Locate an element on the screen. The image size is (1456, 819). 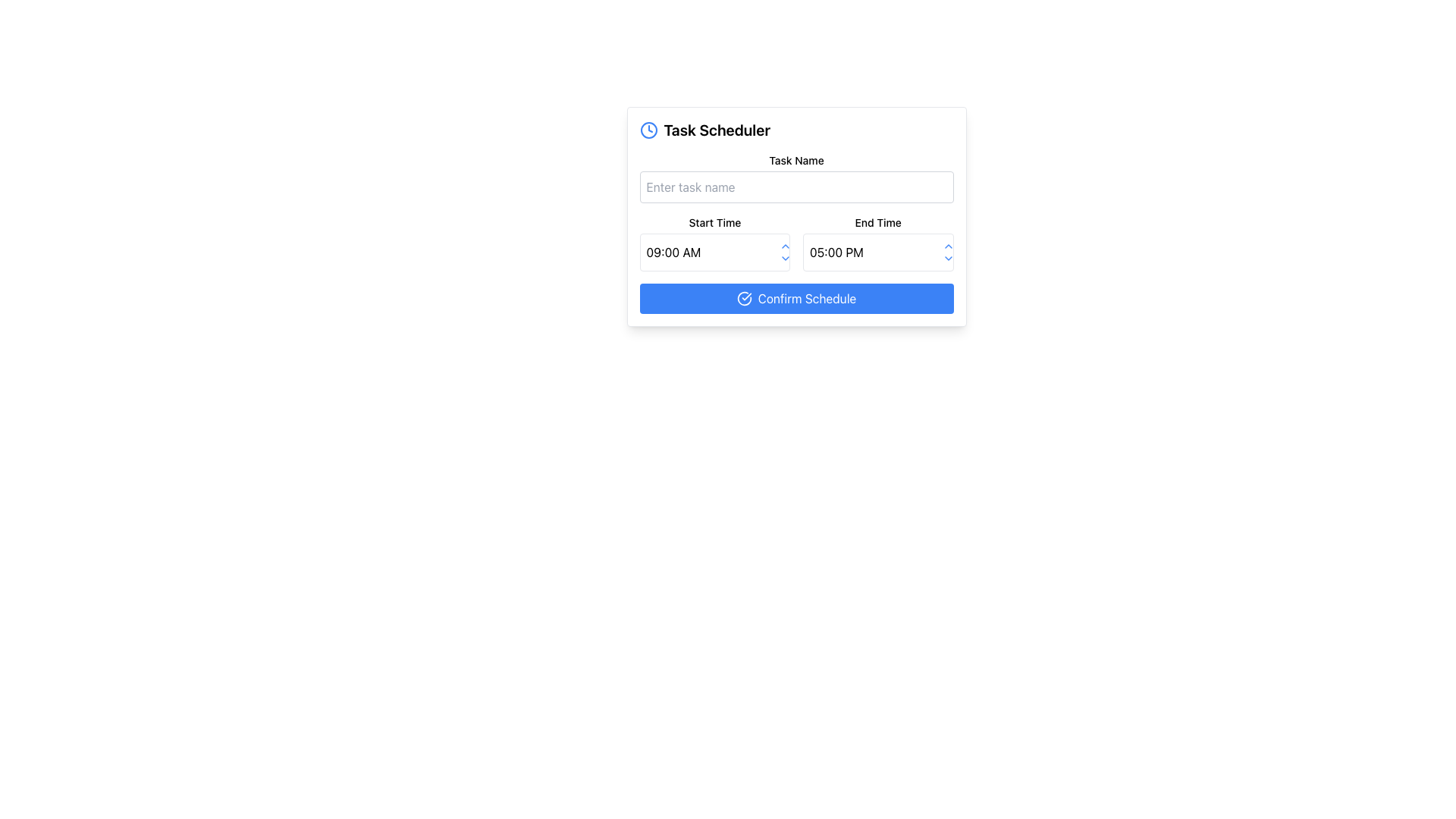
the 'Start Time' input field is located at coordinates (795, 242).